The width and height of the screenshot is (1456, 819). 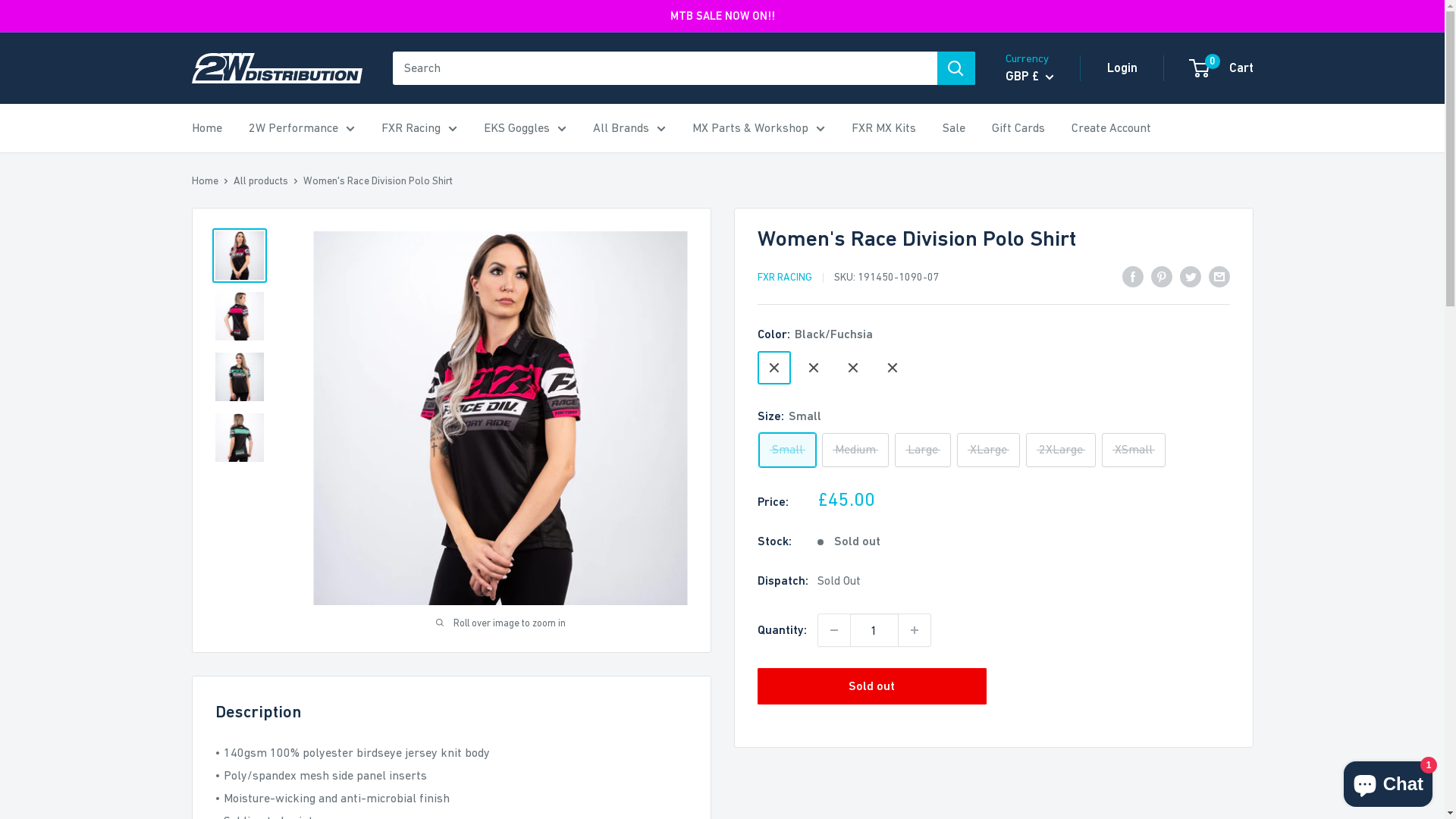 I want to click on 'Sale', so click(x=952, y=127).